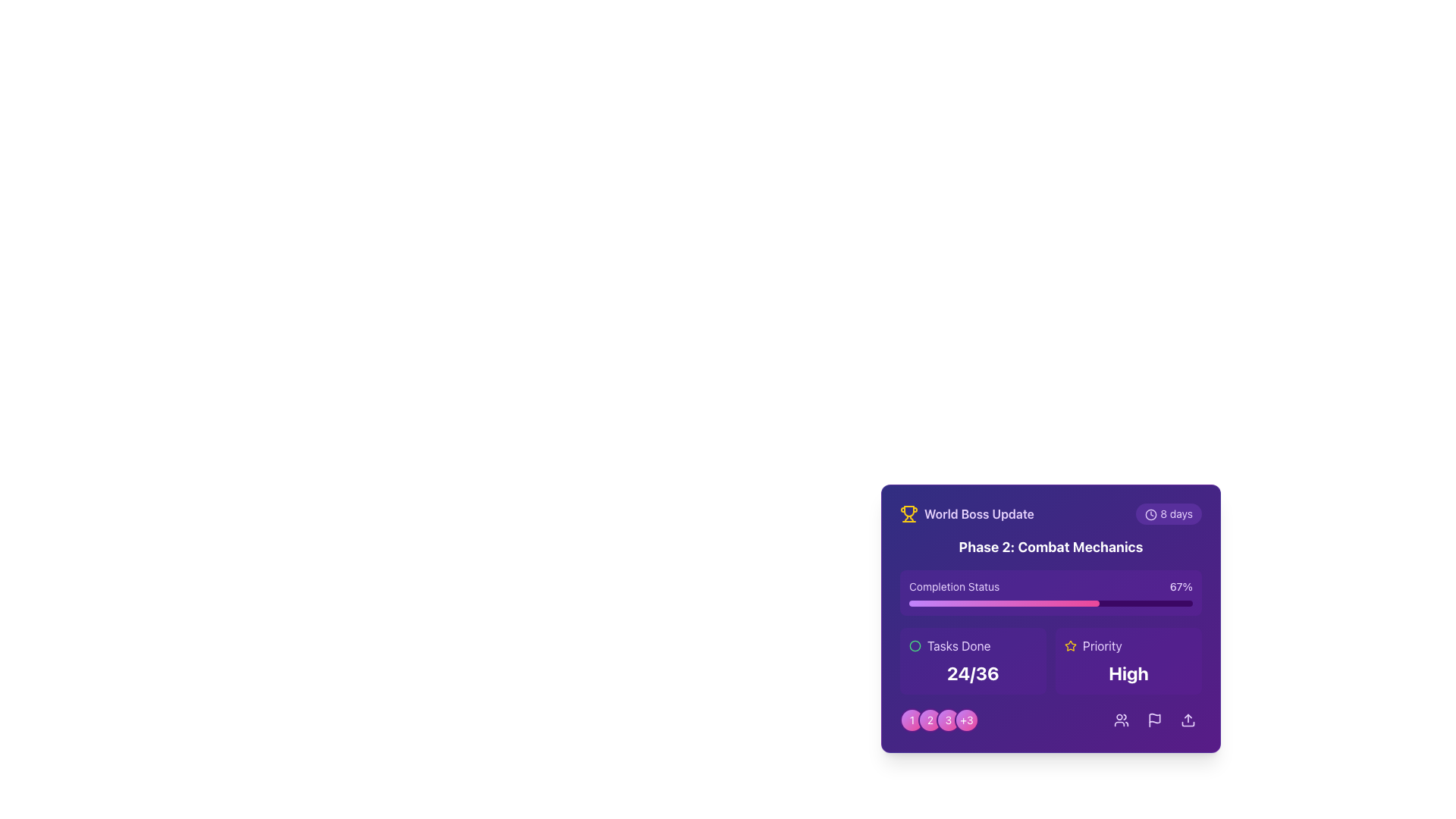 The image size is (1456, 819). Describe the element at coordinates (909, 513) in the screenshot. I see `the icon representing 'World Boss Update', which is positioned to the far left of its horizontal layout` at that location.